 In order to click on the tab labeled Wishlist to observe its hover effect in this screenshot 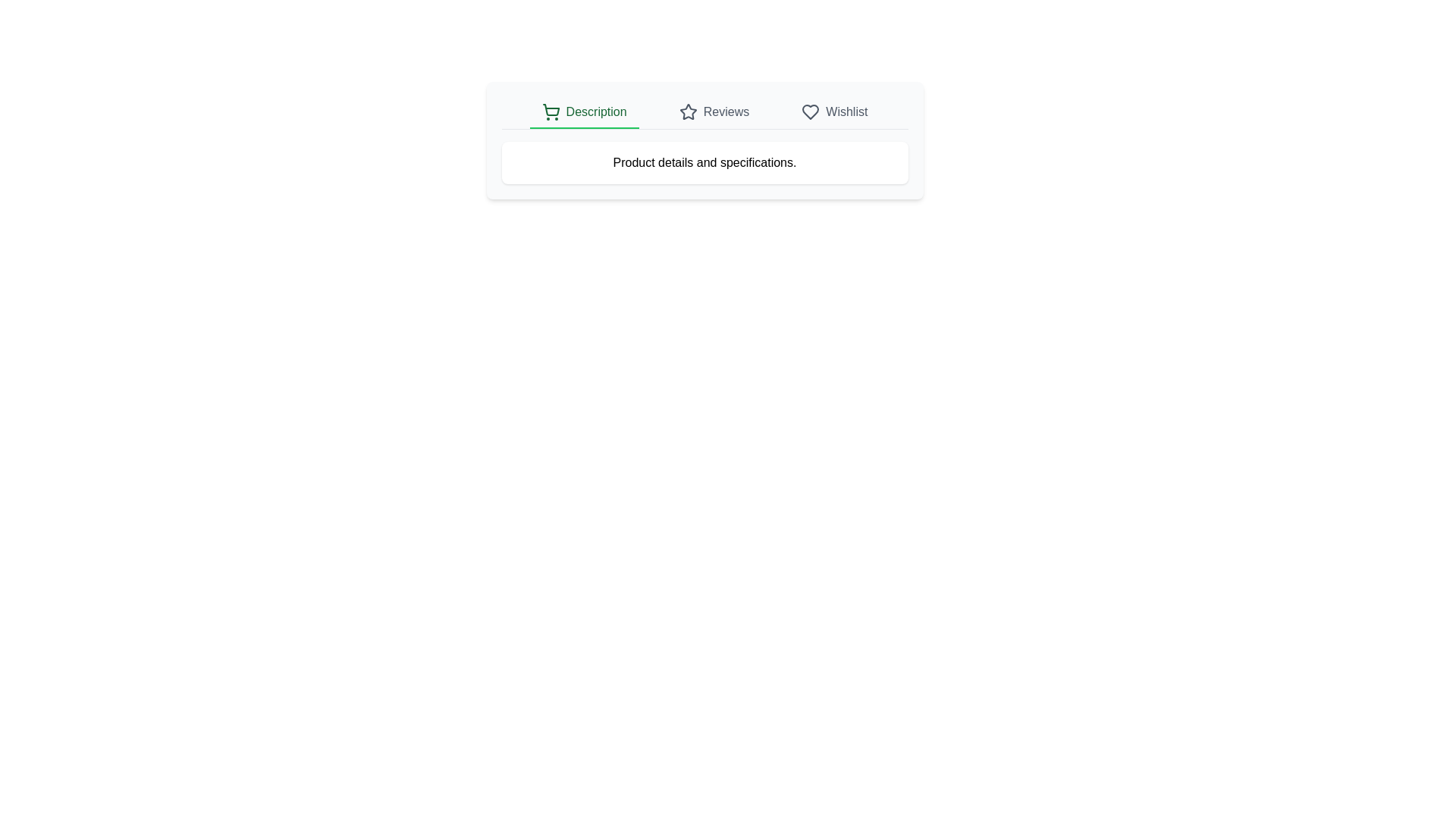, I will do `click(833, 112)`.